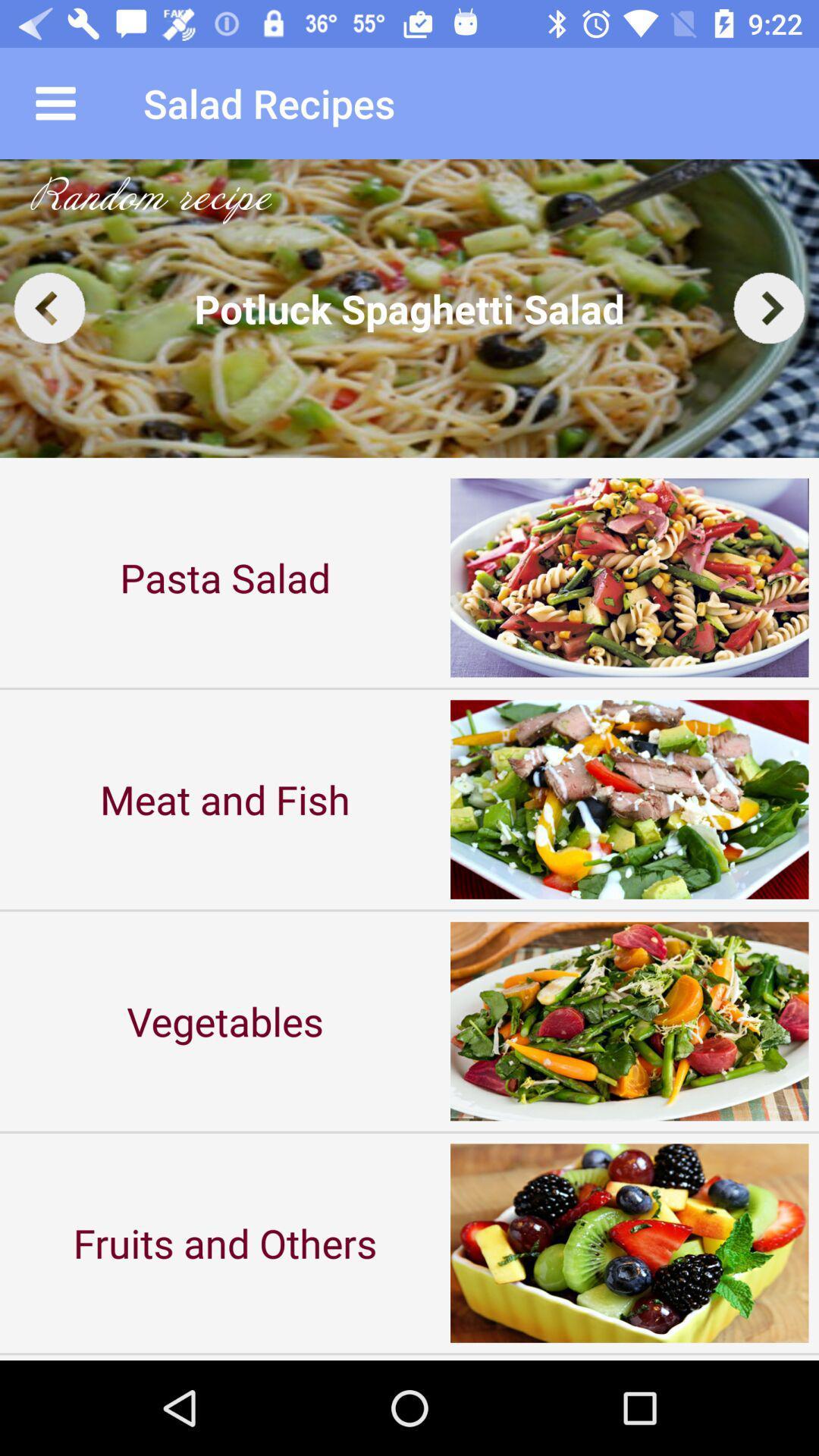 This screenshot has height=1456, width=819. Describe the element at coordinates (225, 1243) in the screenshot. I see `the fruits and others` at that location.